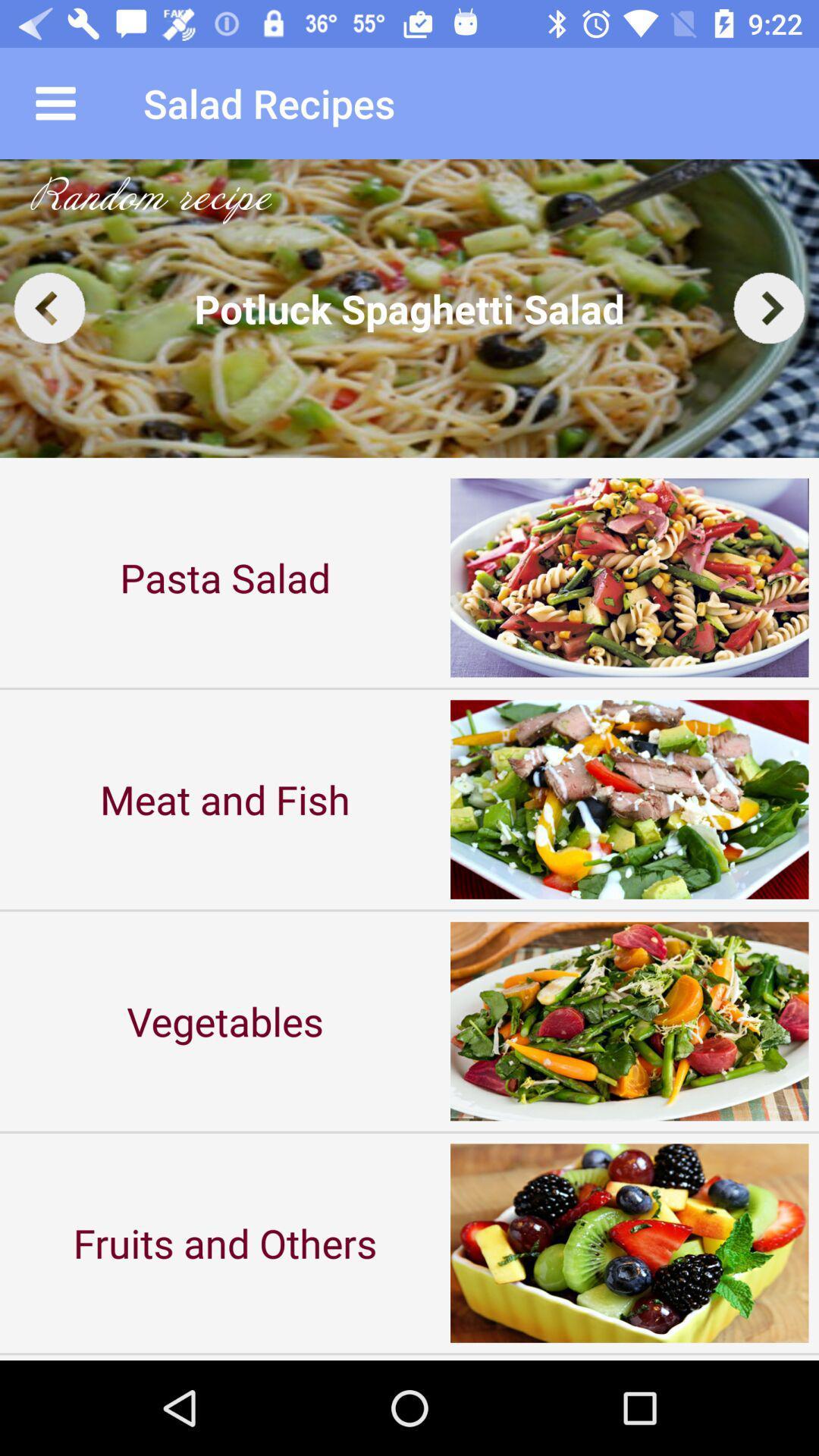 This screenshot has height=1456, width=819. Describe the element at coordinates (225, 1243) in the screenshot. I see `the fruits and others` at that location.